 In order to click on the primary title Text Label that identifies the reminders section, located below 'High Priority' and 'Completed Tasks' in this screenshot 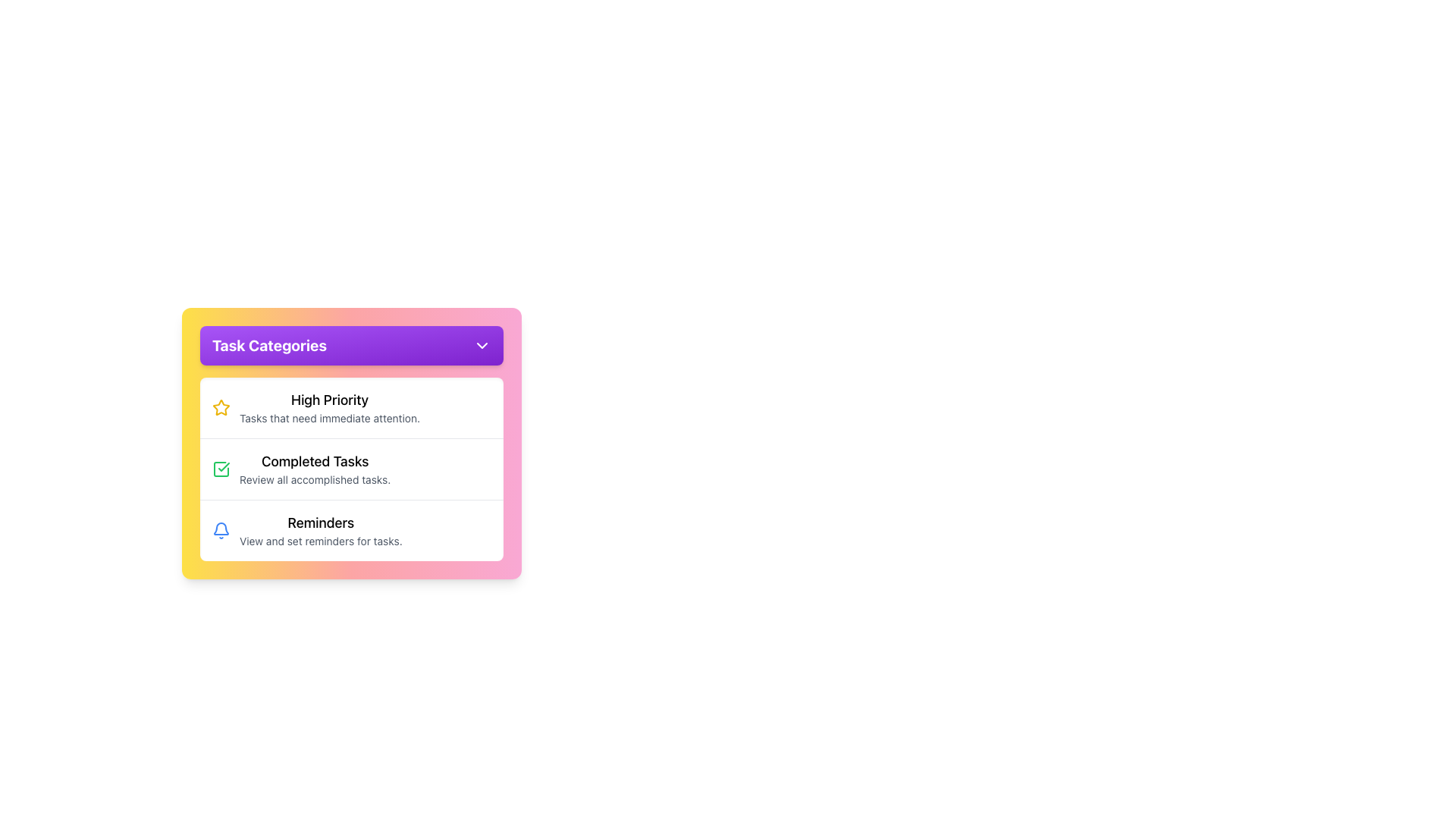, I will do `click(320, 522)`.